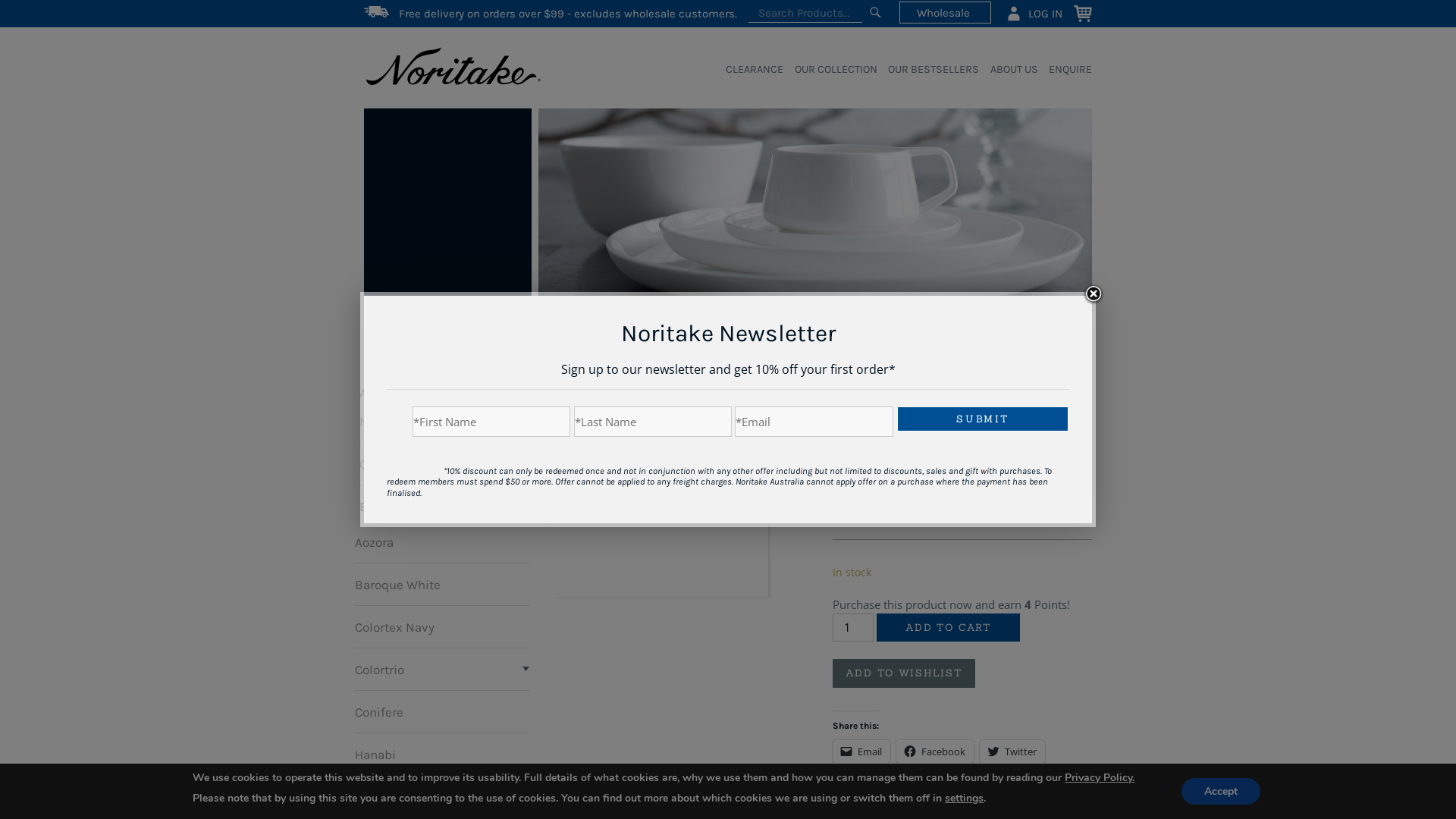  I want to click on 'Twitter', so click(1012, 752).